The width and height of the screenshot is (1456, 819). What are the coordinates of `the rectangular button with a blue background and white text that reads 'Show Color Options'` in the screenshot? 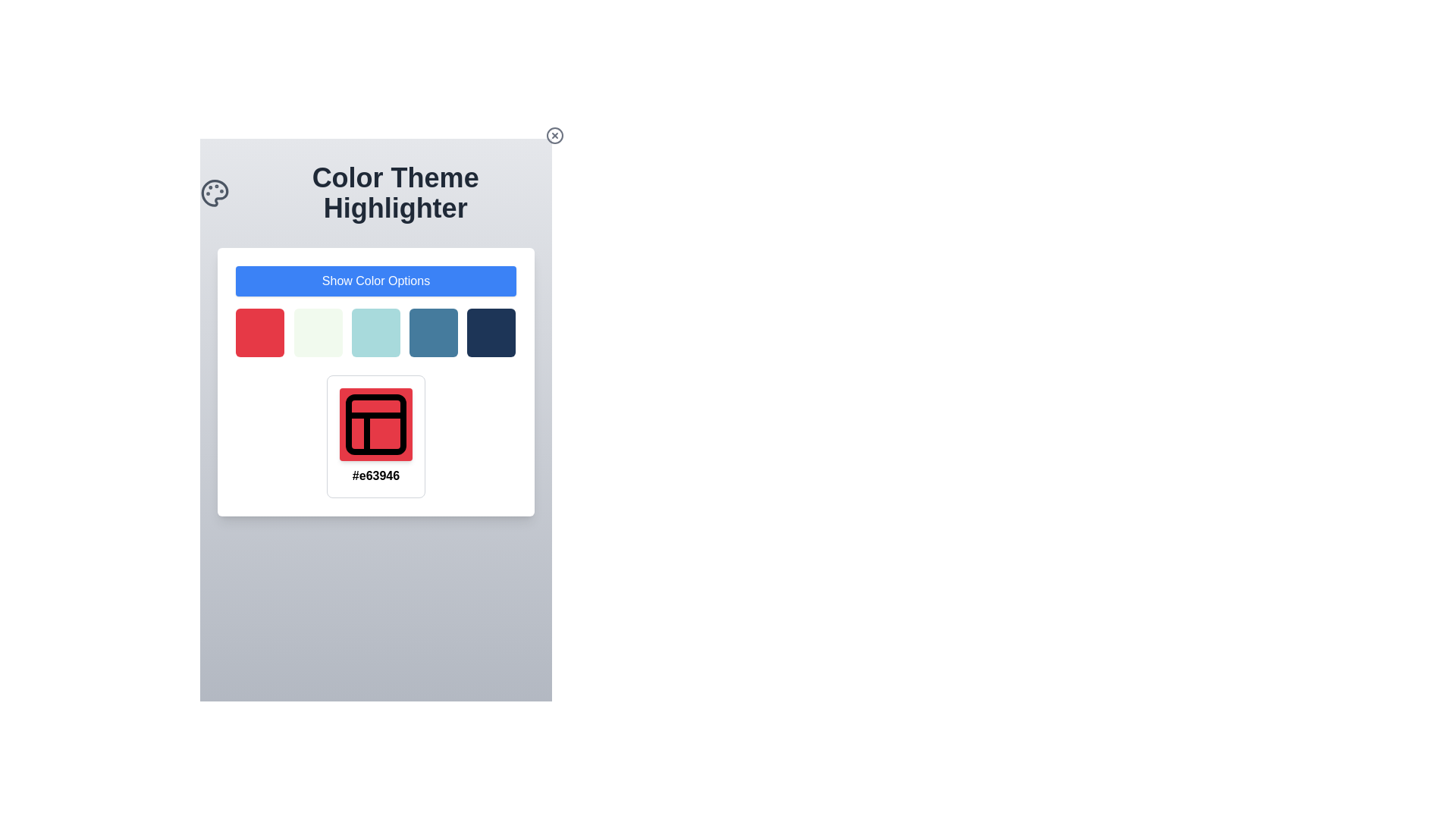 It's located at (375, 281).